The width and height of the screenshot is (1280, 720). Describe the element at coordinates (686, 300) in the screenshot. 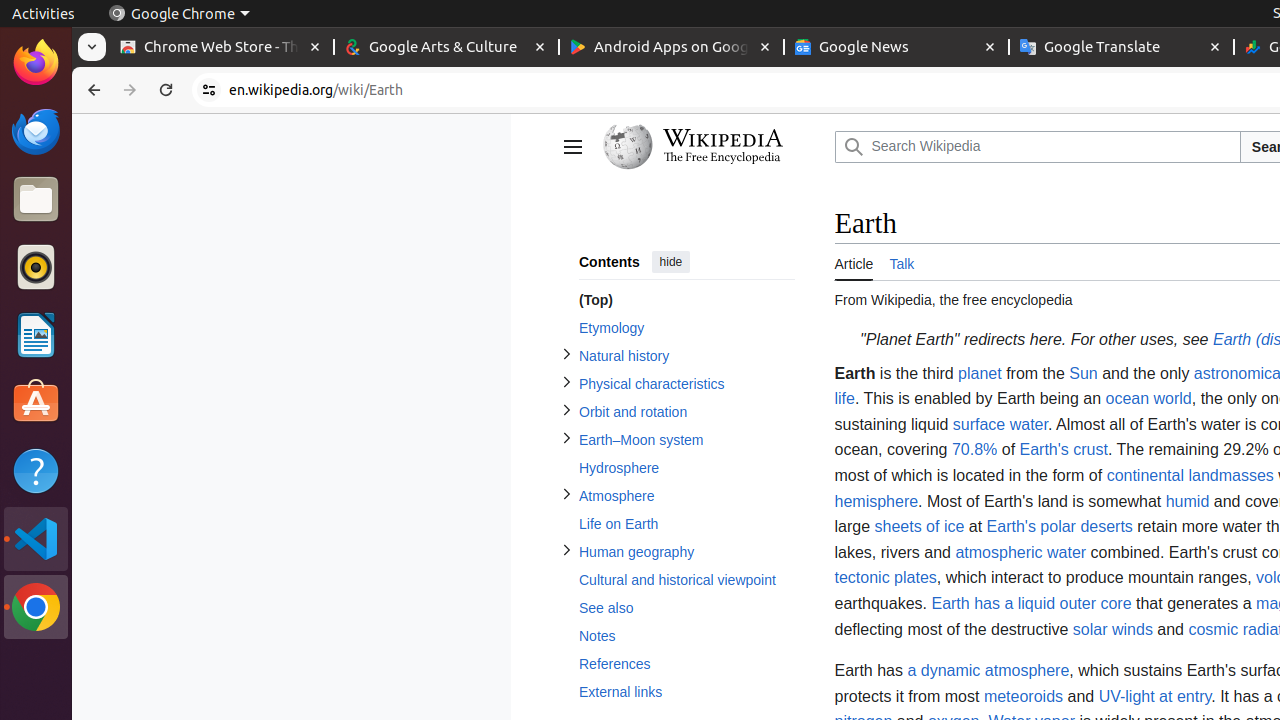

I see `'(Top)'` at that location.